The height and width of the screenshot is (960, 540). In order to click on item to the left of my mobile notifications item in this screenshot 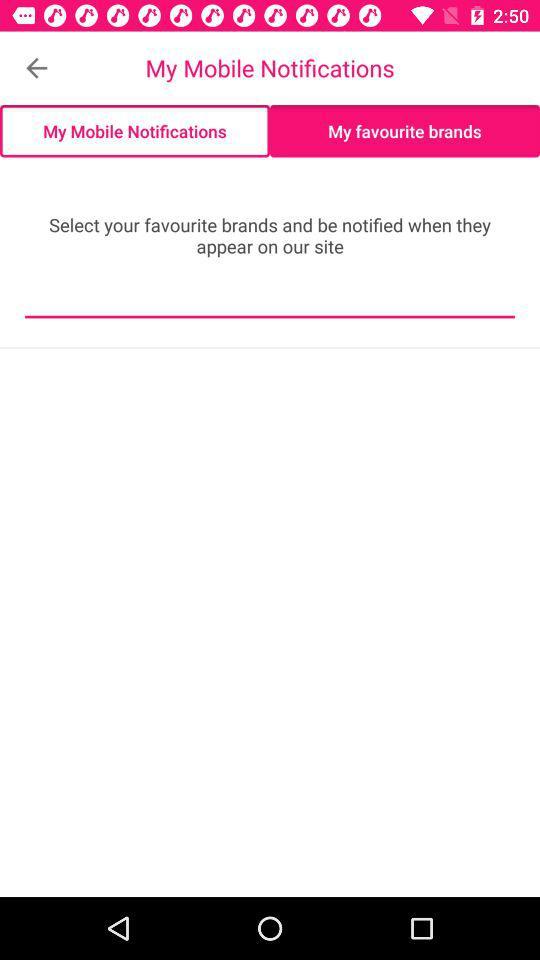, I will do `click(36, 68)`.